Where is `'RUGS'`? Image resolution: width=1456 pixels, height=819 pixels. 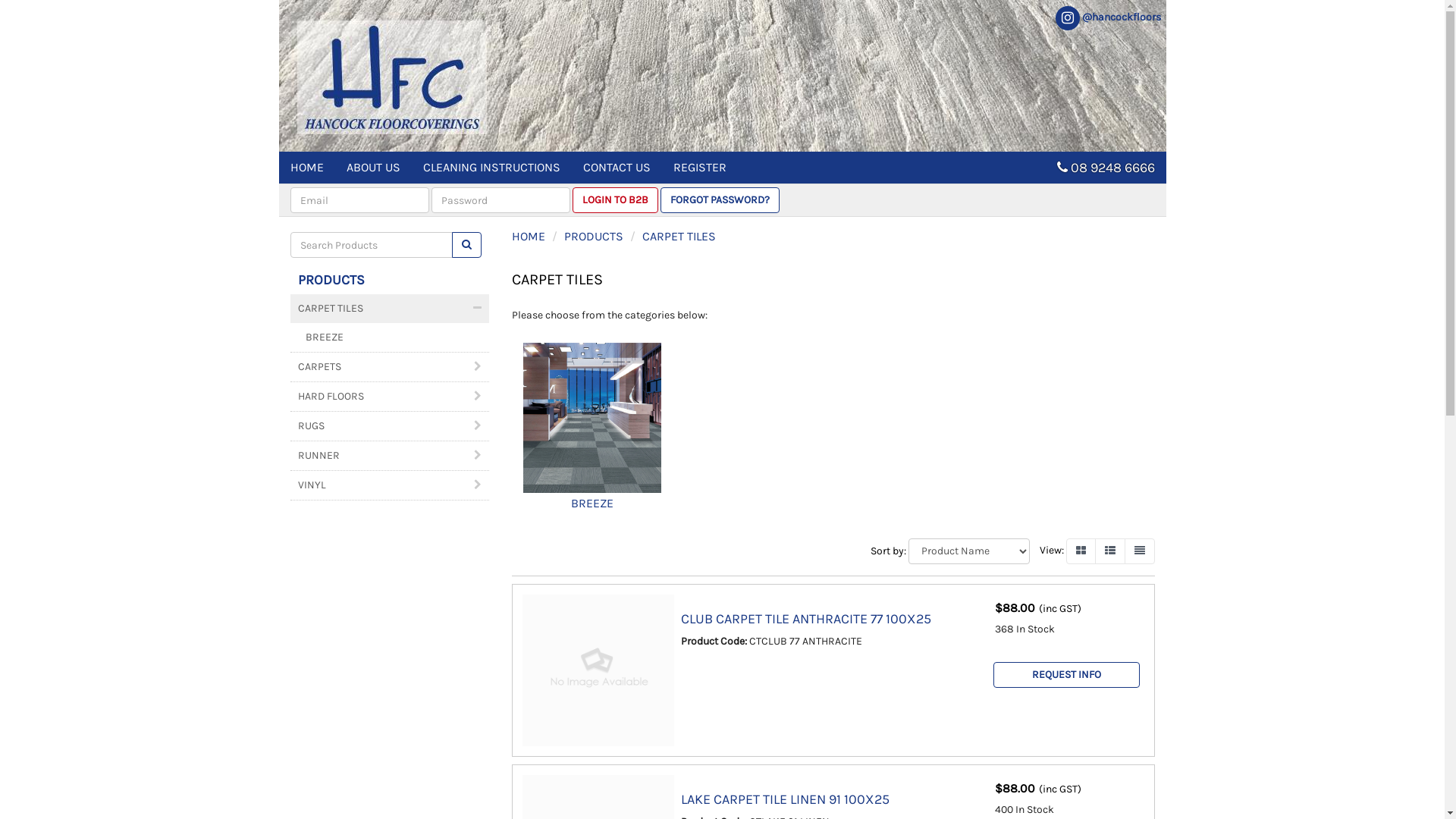
'RUGS' is located at coordinates (389, 426).